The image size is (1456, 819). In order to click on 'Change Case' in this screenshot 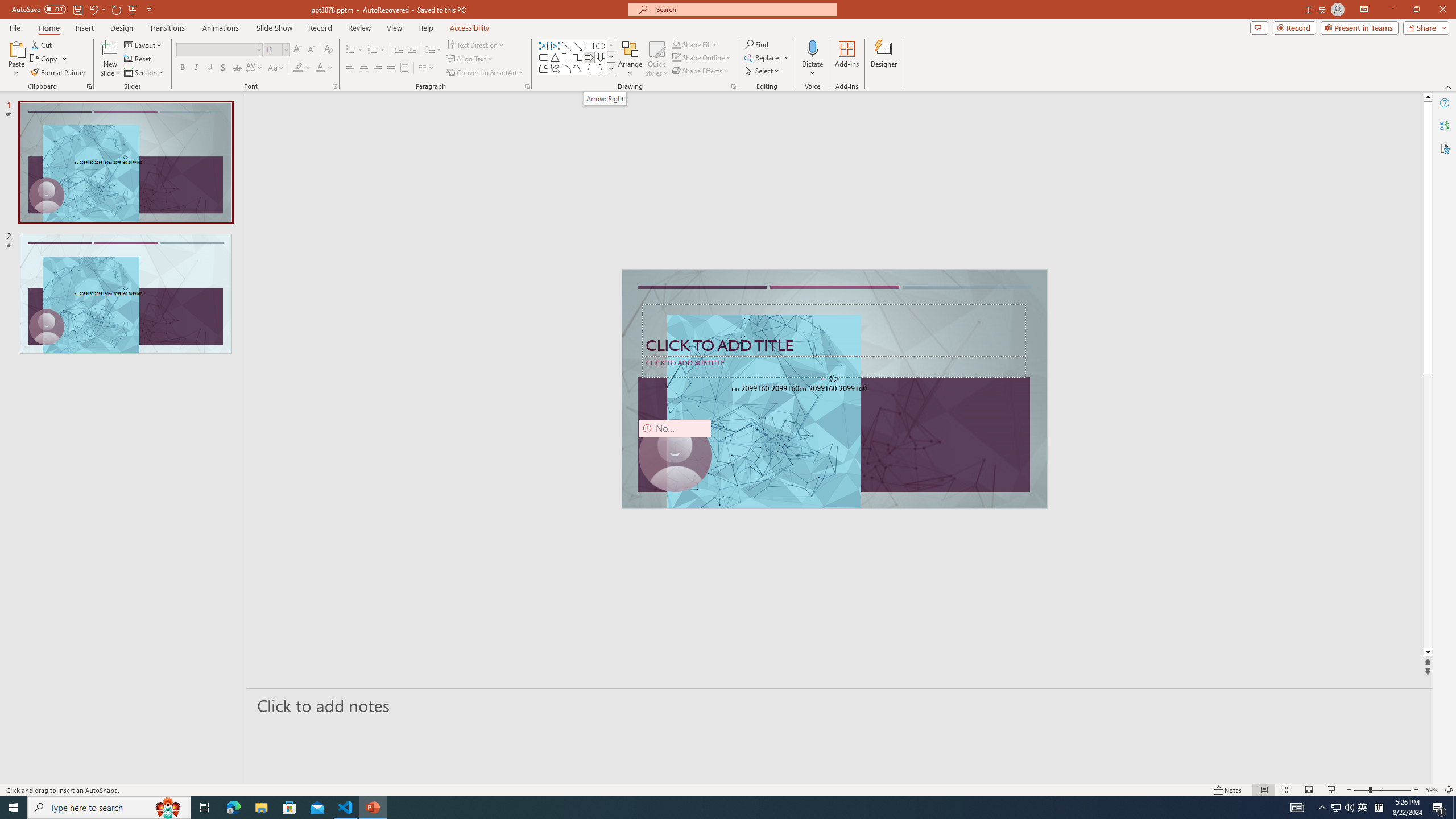, I will do `click(276, 67)`.